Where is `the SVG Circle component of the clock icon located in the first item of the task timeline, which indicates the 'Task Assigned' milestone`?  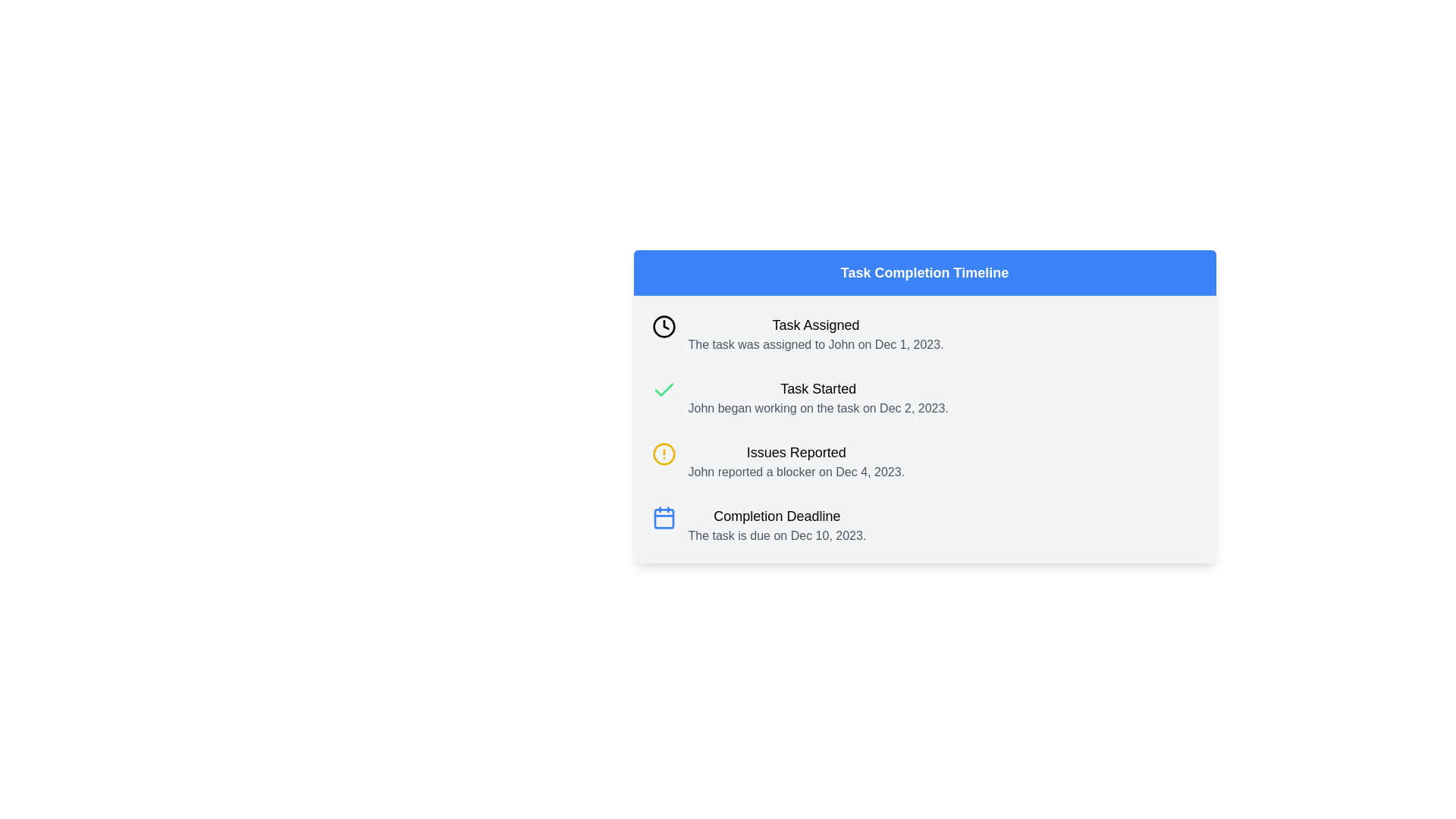 the SVG Circle component of the clock icon located in the first item of the task timeline, which indicates the 'Task Assigned' milestone is located at coordinates (664, 326).